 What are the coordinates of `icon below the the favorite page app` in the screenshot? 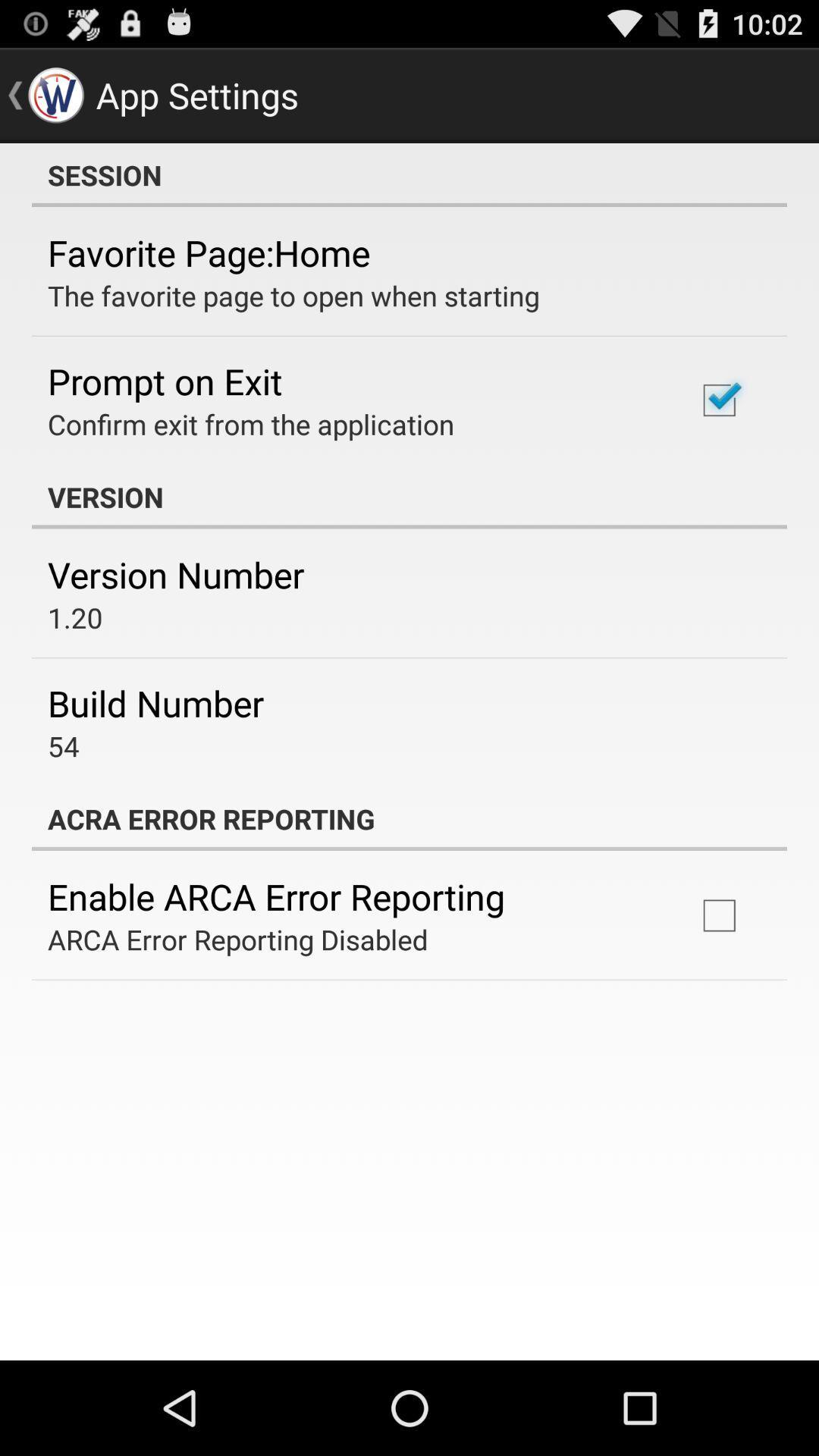 It's located at (165, 381).